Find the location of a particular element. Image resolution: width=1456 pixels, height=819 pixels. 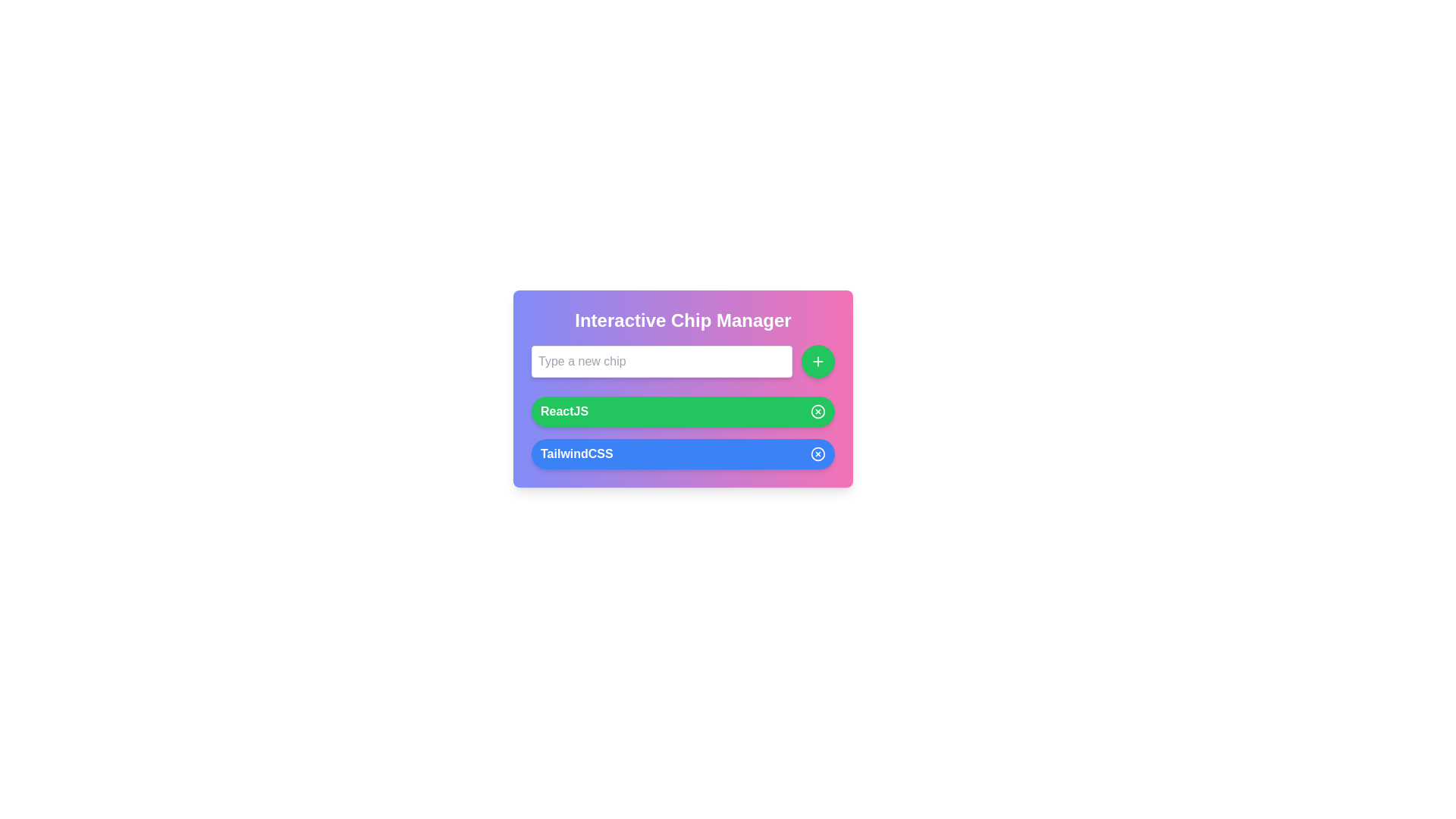

the Chip labeled 'ReactJS' with a close button, which has a green background and is positioned at the top of a vertical list of chips is located at coordinates (682, 412).